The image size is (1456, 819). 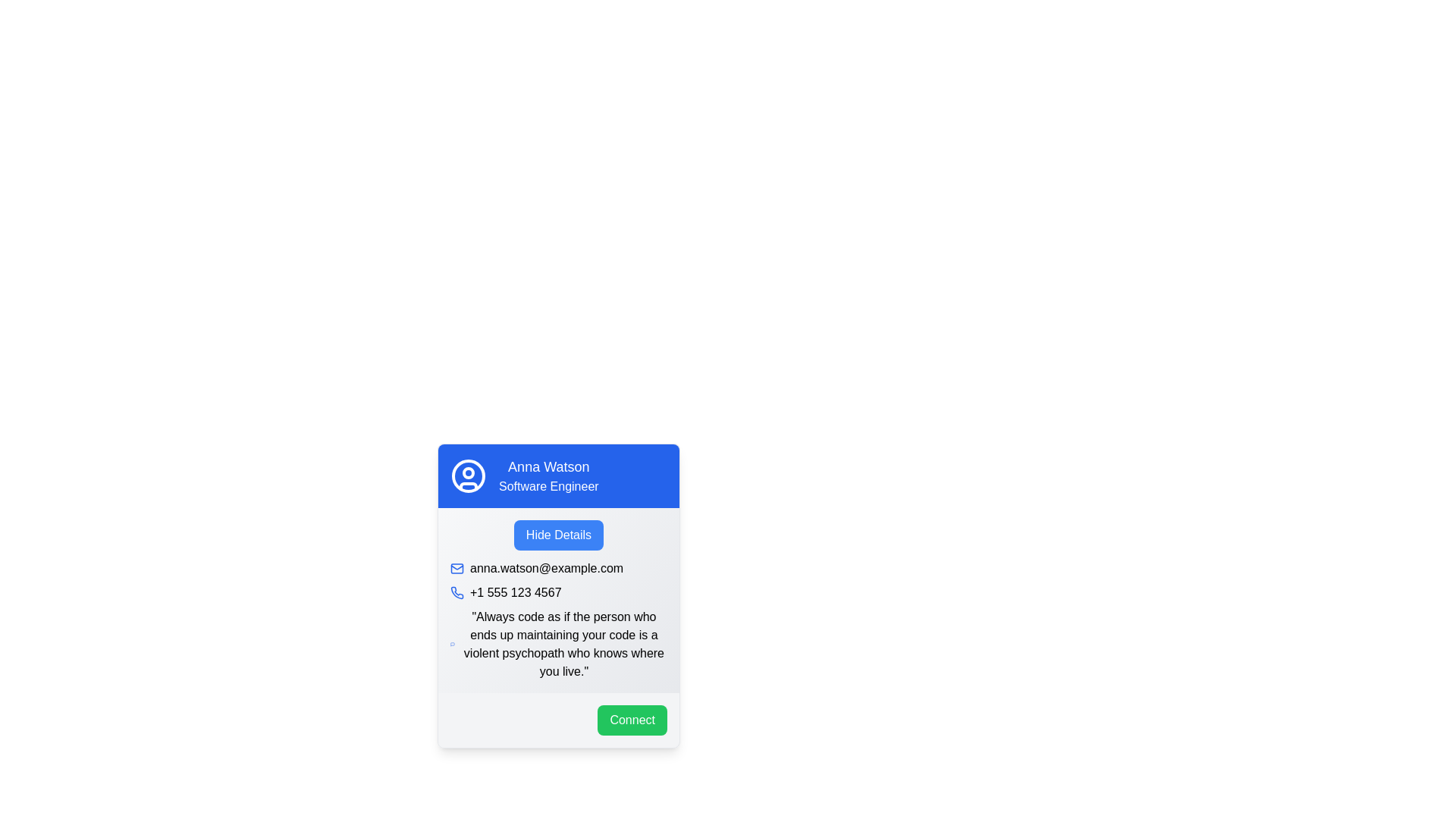 I want to click on the text within the inspirational quote text block located at the bottom of the contact details section, so click(x=558, y=644).